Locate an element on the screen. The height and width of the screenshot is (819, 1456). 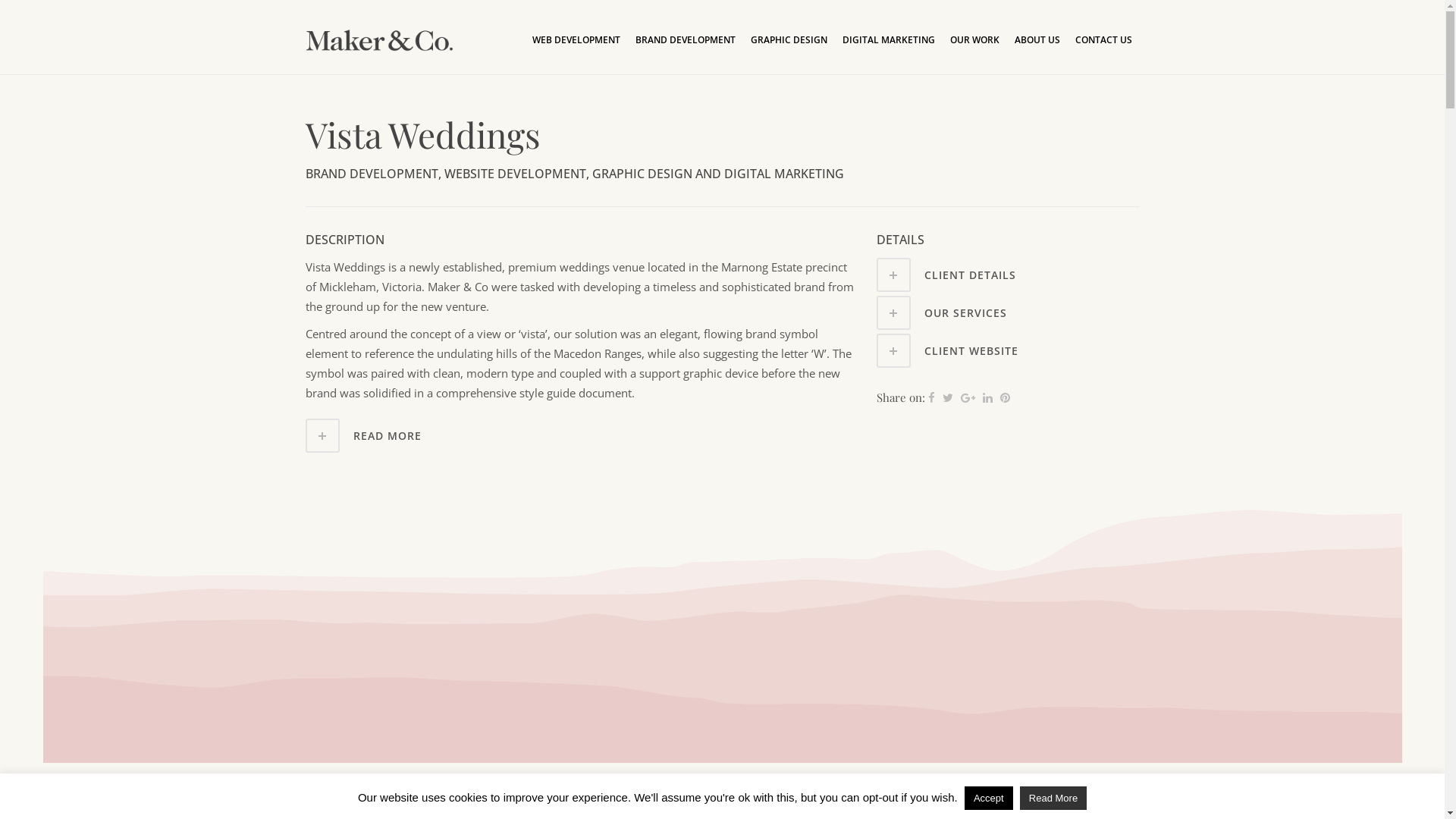
'GRAPHIC DESIGN' is located at coordinates (789, 39).